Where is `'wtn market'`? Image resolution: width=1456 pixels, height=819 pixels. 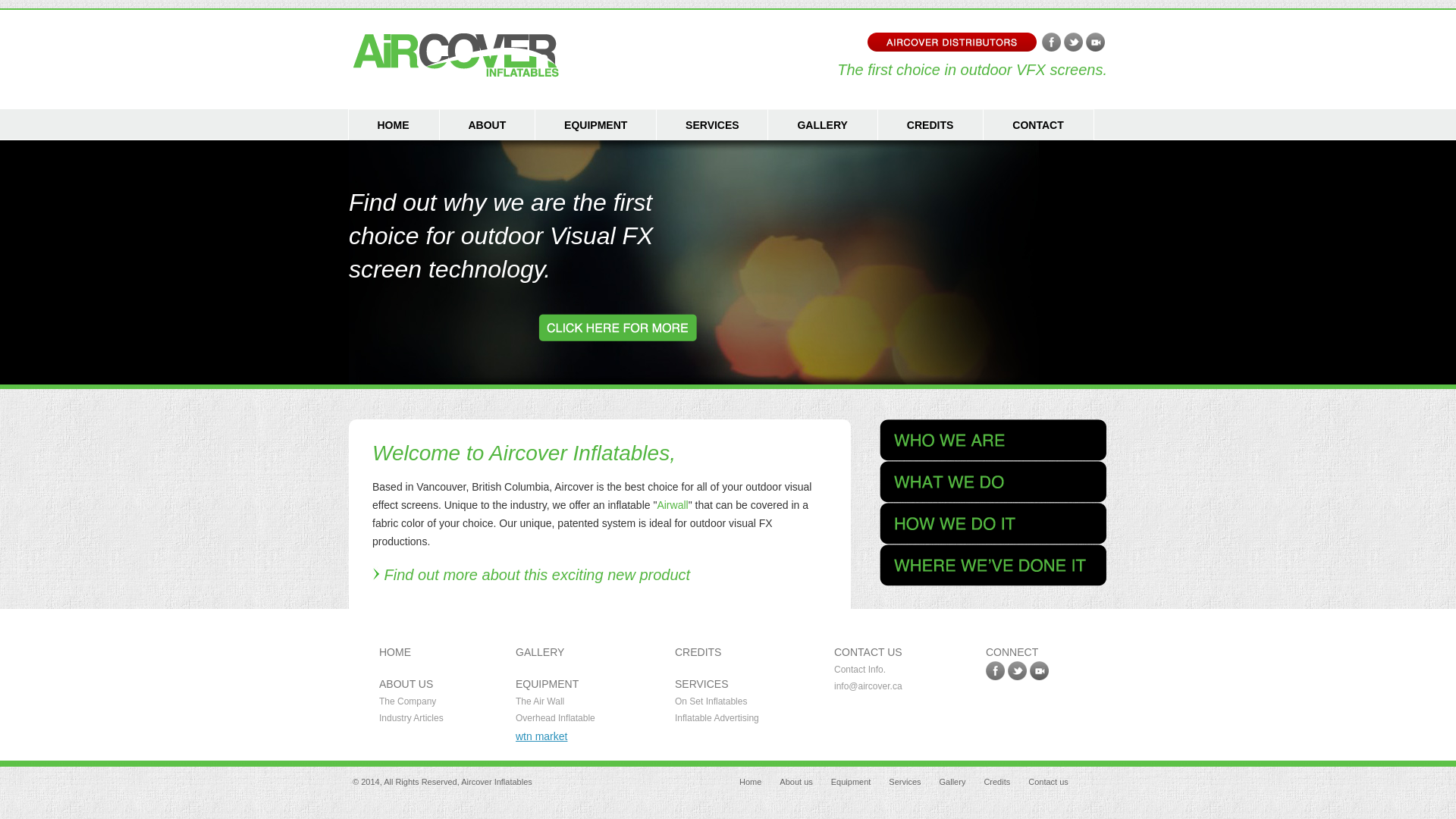
'wtn market' is located at coordinates (541, 736).